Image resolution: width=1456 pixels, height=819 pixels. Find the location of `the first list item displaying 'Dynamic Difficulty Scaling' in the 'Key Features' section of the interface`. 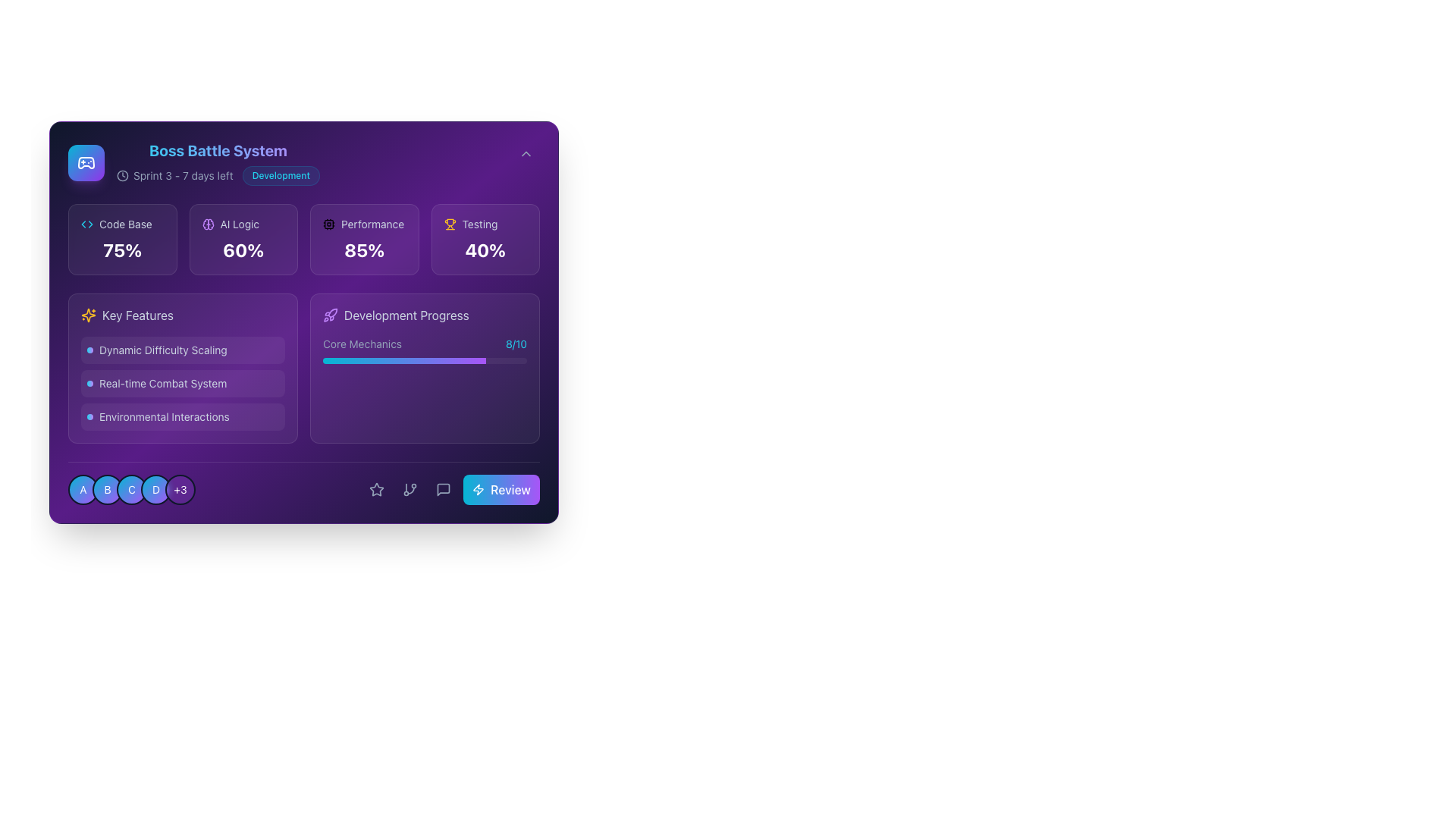

the first list item displaying 'Dynamic Difficulty Scaling' in the 'Key Features' section of the interface is located at coordinates (182, 350).